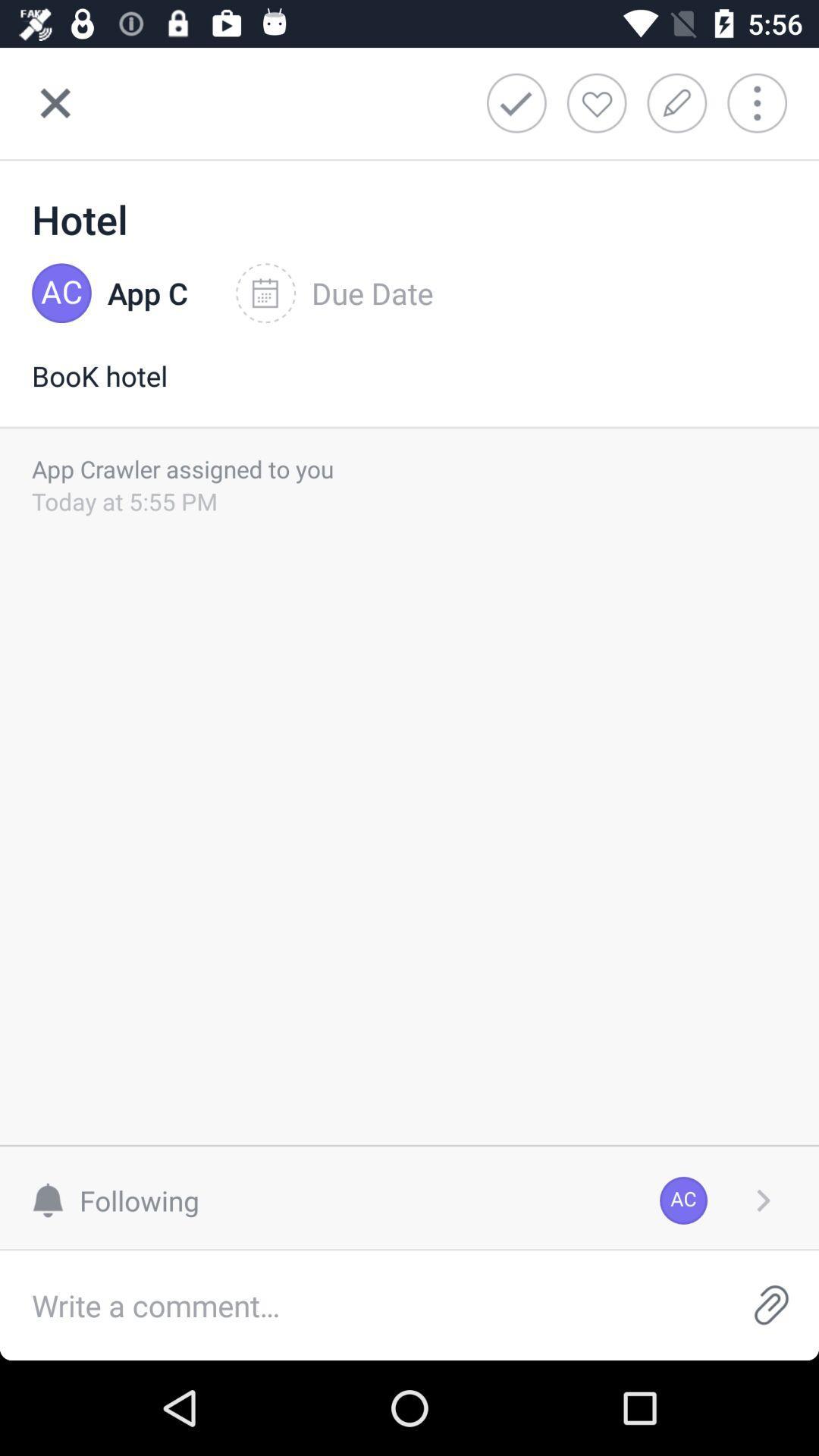 This screenshot has height=1456, width=819. Describe the element at coordinates (763, 1200) in the screenshot. I see `more options` at that location.